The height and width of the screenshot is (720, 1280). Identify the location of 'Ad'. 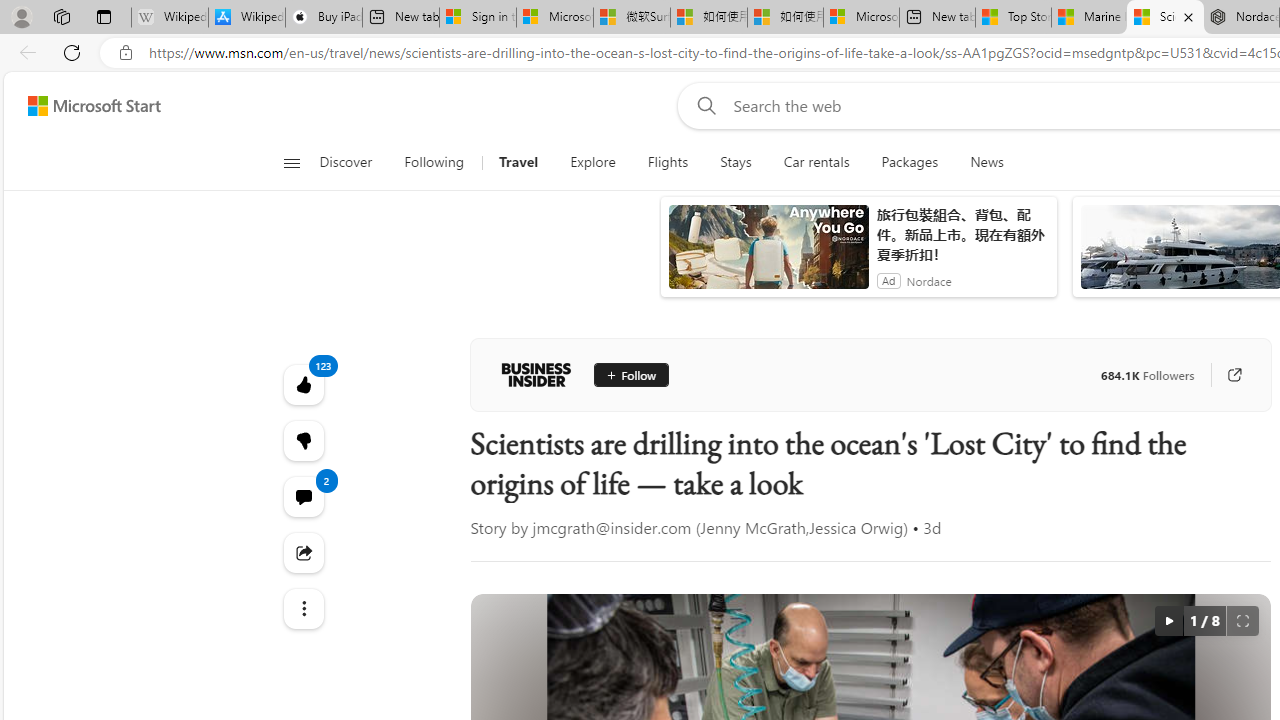
(887, 280).